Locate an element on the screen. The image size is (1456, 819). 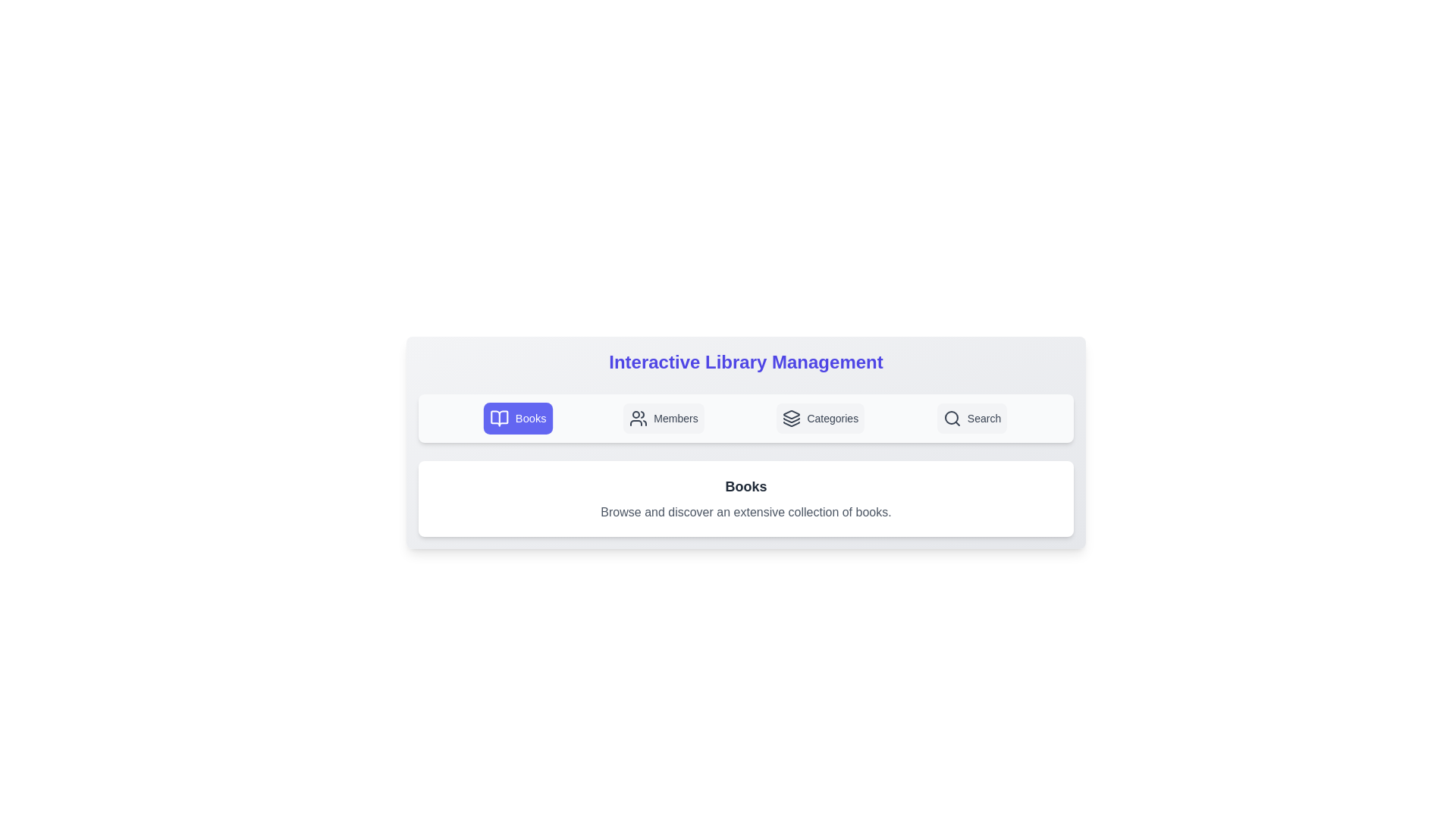
the 'Books' button with a purple background and white text is located at coordinates (518, 418).